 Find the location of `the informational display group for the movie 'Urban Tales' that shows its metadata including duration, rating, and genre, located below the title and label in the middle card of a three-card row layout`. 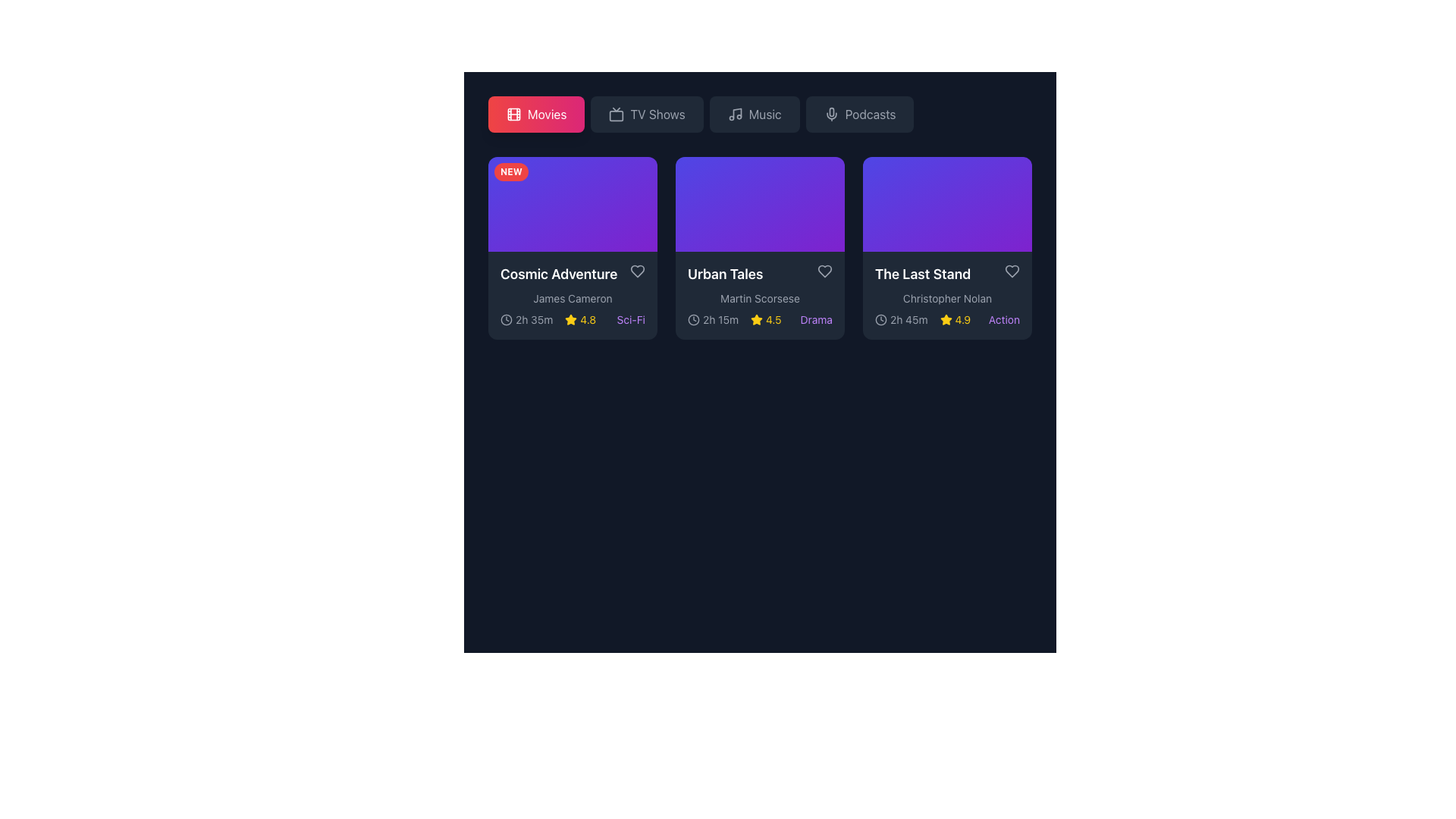

the informational display group for the movie 'Urban Tales' that shows its metadata including duration, rating, and genre, located below the title and label in the middle card of a three-card row layout is located at coordinates (760, 319).